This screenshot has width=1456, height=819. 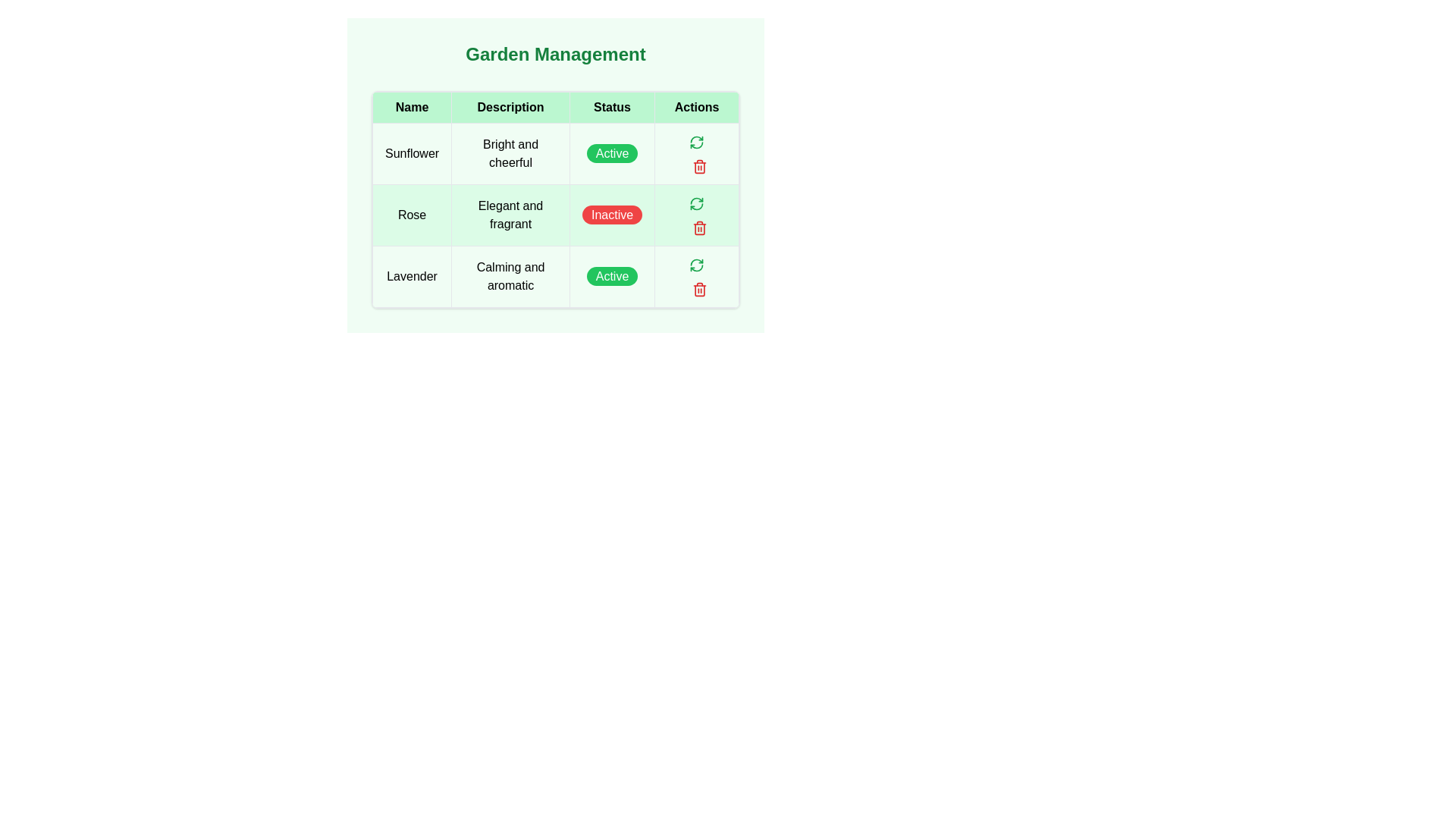 I want to click on the delete icon button located in the last column of the last row of the 'Garden Management' table, associated with the 'Lavender' entry to initiate the delete action, so click(x=699, y=289).